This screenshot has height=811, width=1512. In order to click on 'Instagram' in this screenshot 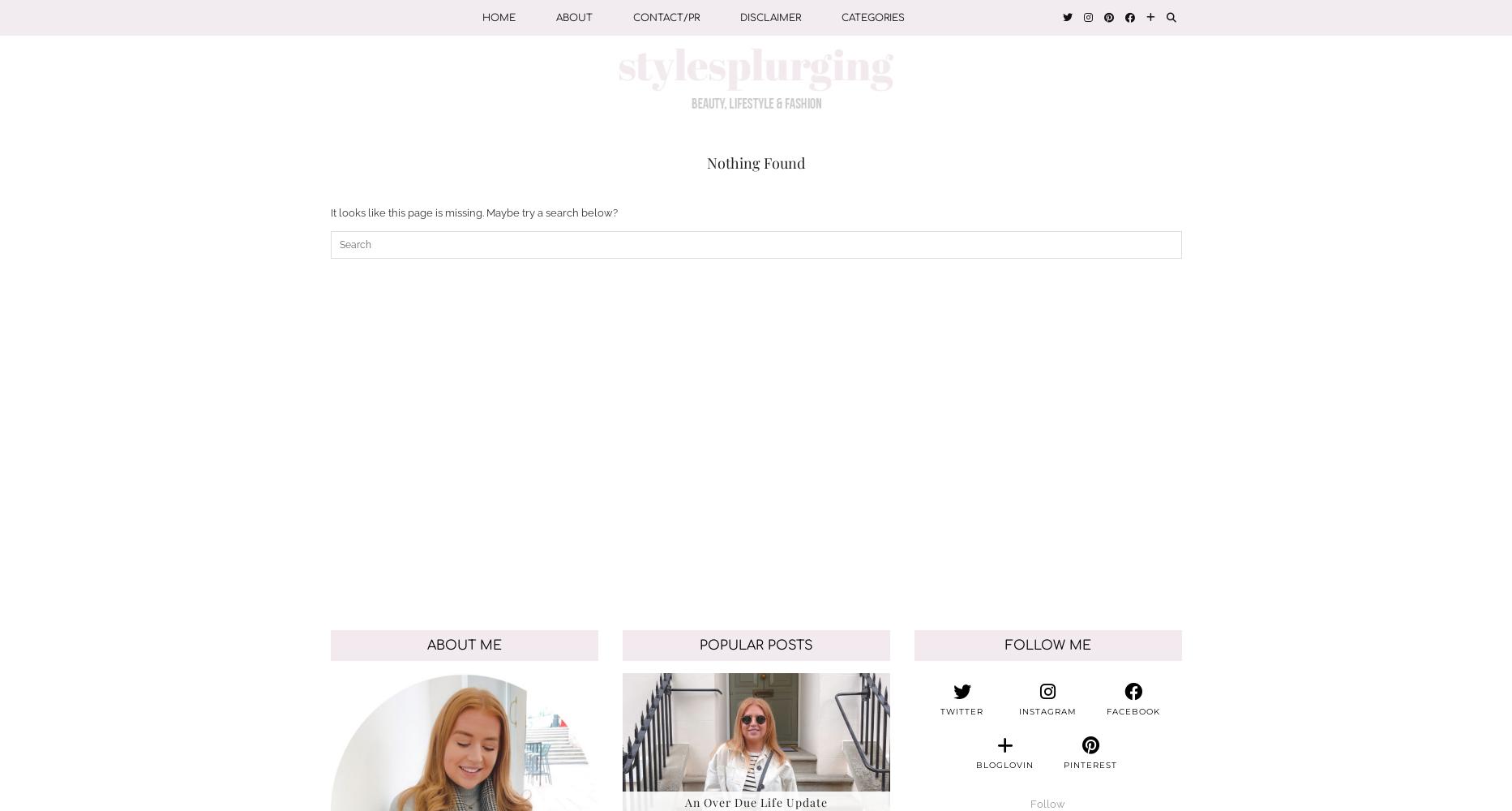, I will do `click(1047, 710)`.